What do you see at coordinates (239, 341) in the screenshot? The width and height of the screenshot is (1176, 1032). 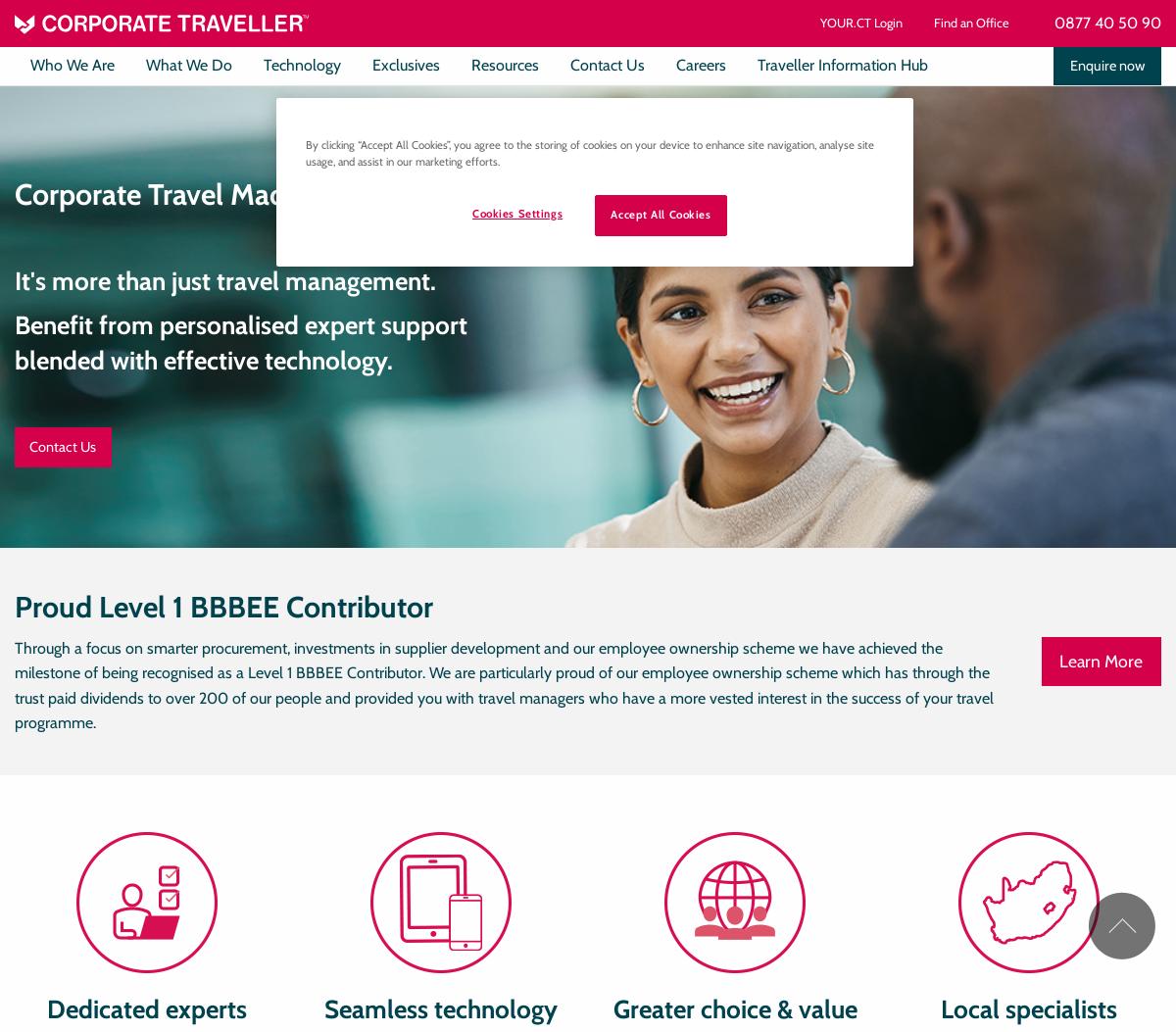 I see `'Benefit from personalised expert support blended with effective technology.'` at bounding box center [239, 341].